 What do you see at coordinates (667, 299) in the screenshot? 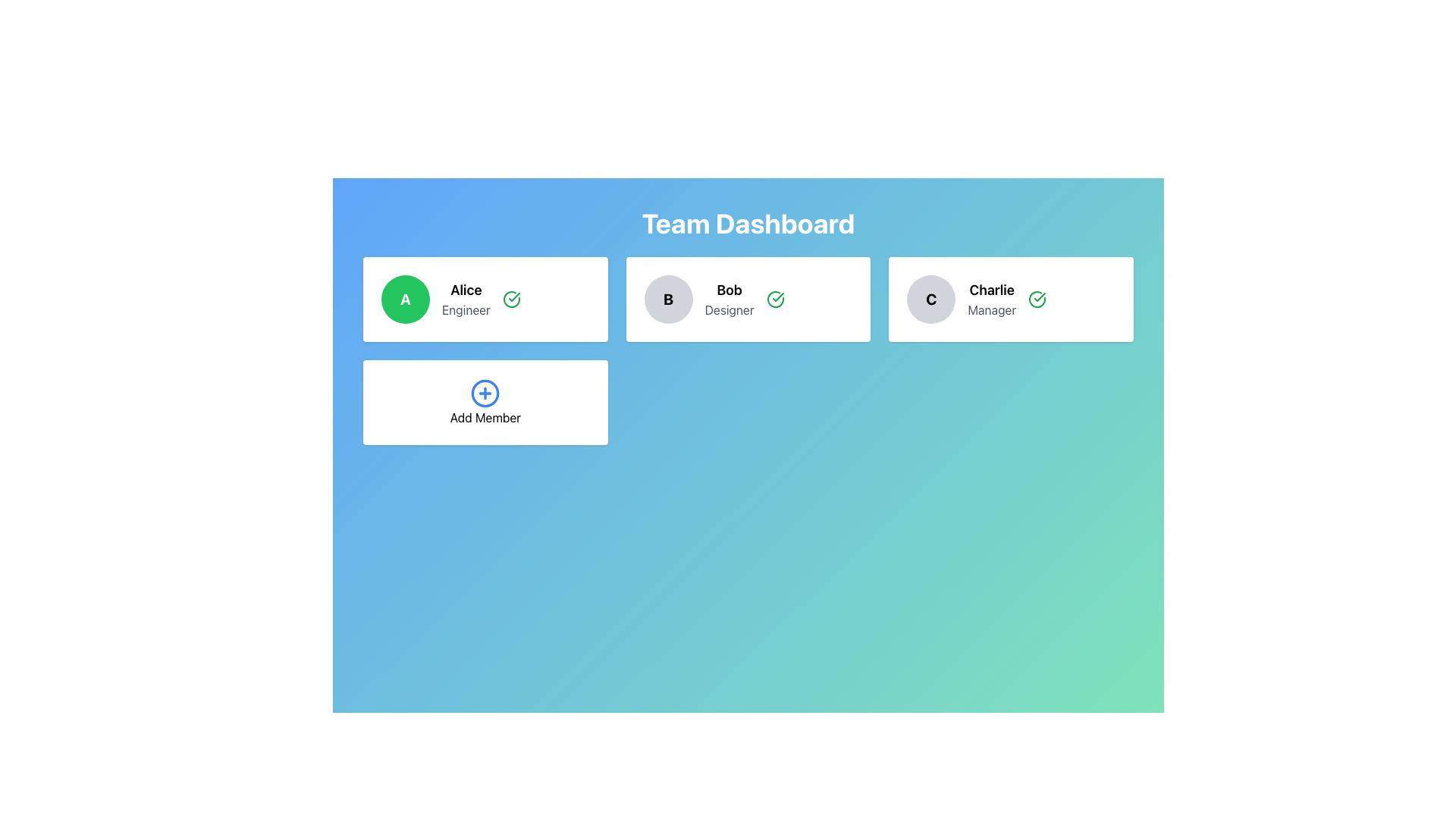
I see `the circular profile icon with a light gray background and the letter 'B' in bold black font, which is located on the left side of Bob's information card` at bounding box center [667, 299].